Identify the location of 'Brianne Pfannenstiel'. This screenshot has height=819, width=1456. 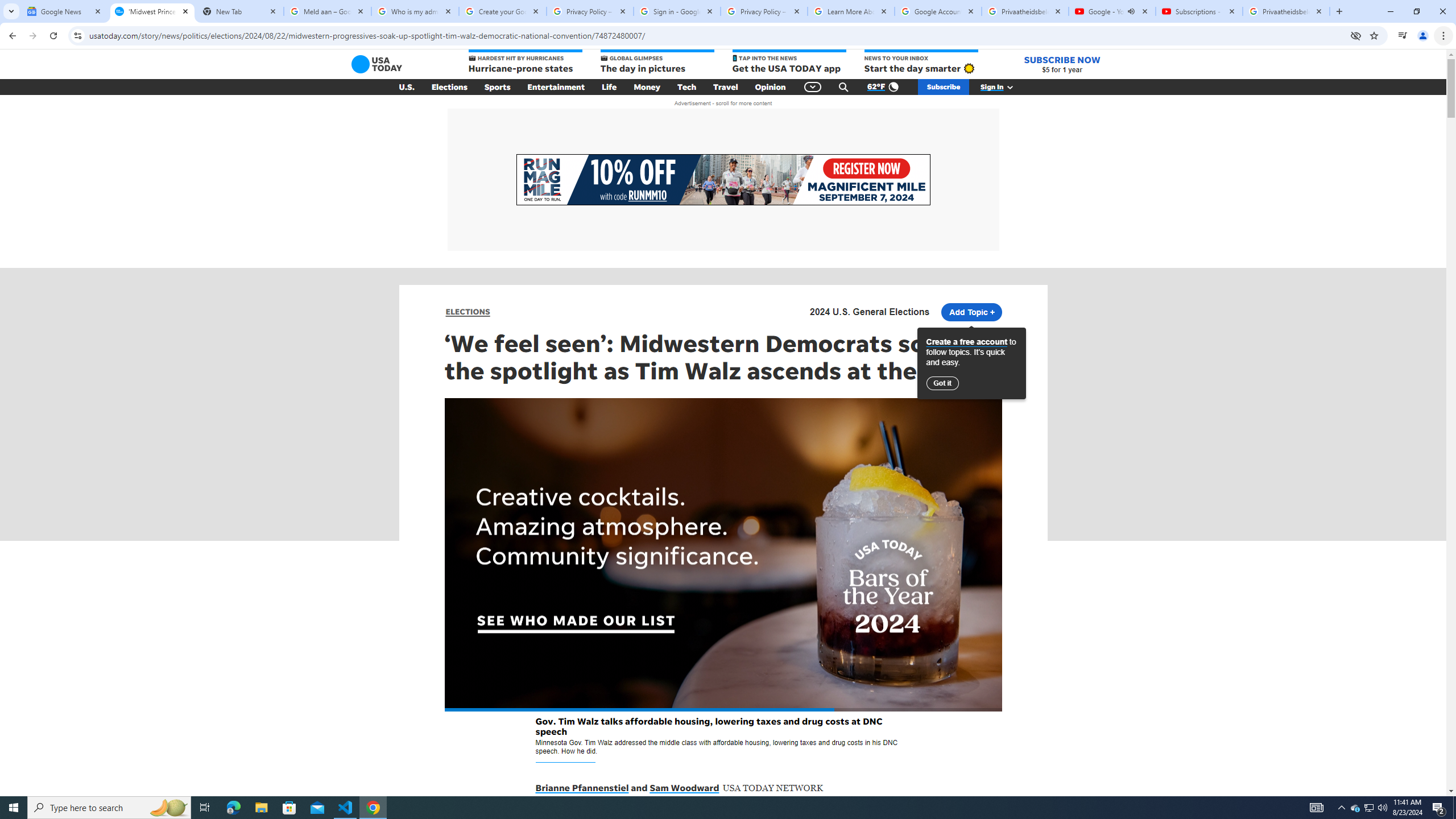
(582, 788).